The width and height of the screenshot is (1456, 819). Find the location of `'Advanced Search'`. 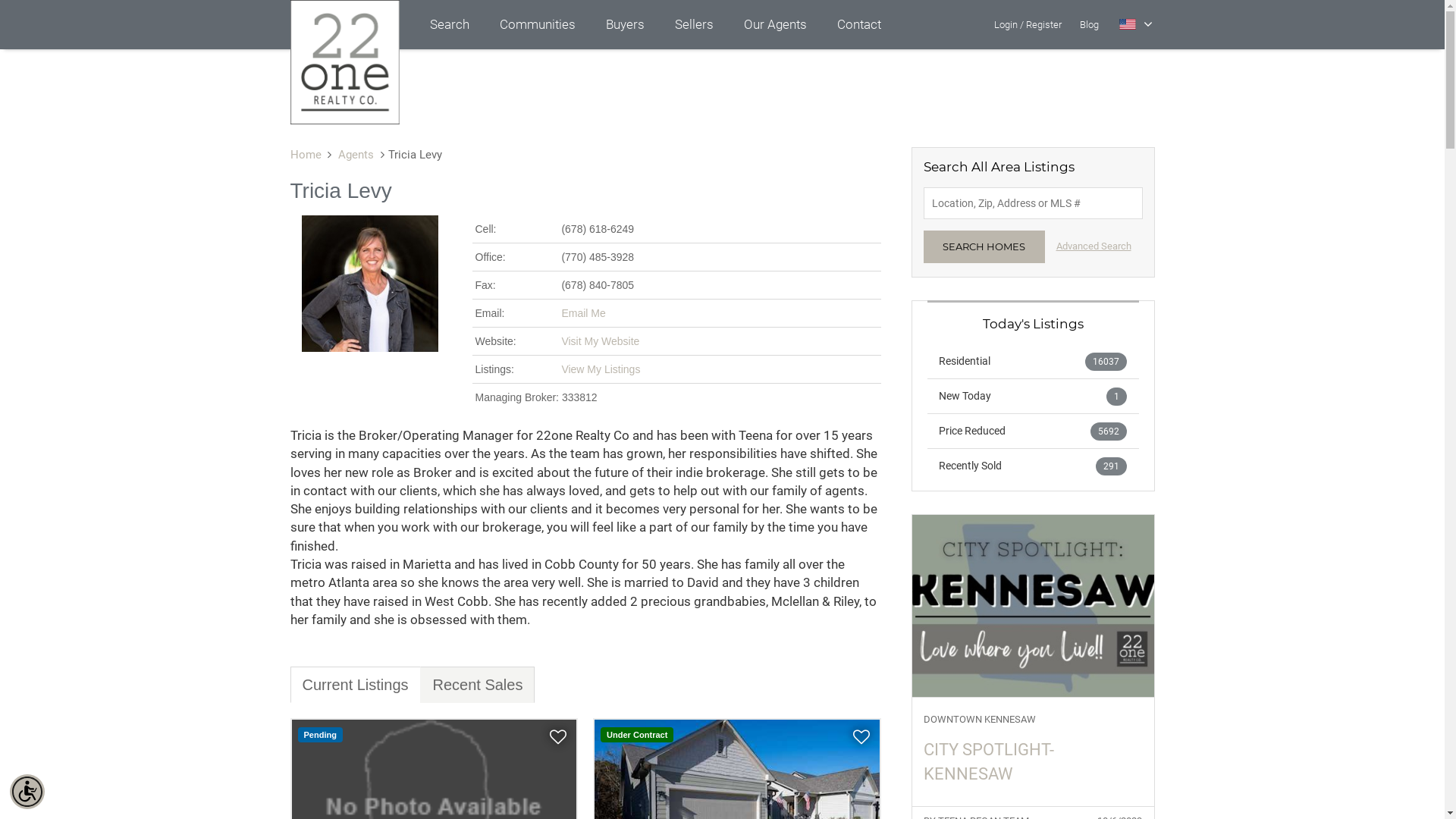

'Advanced Search' is located at coordinates (1093, 245).